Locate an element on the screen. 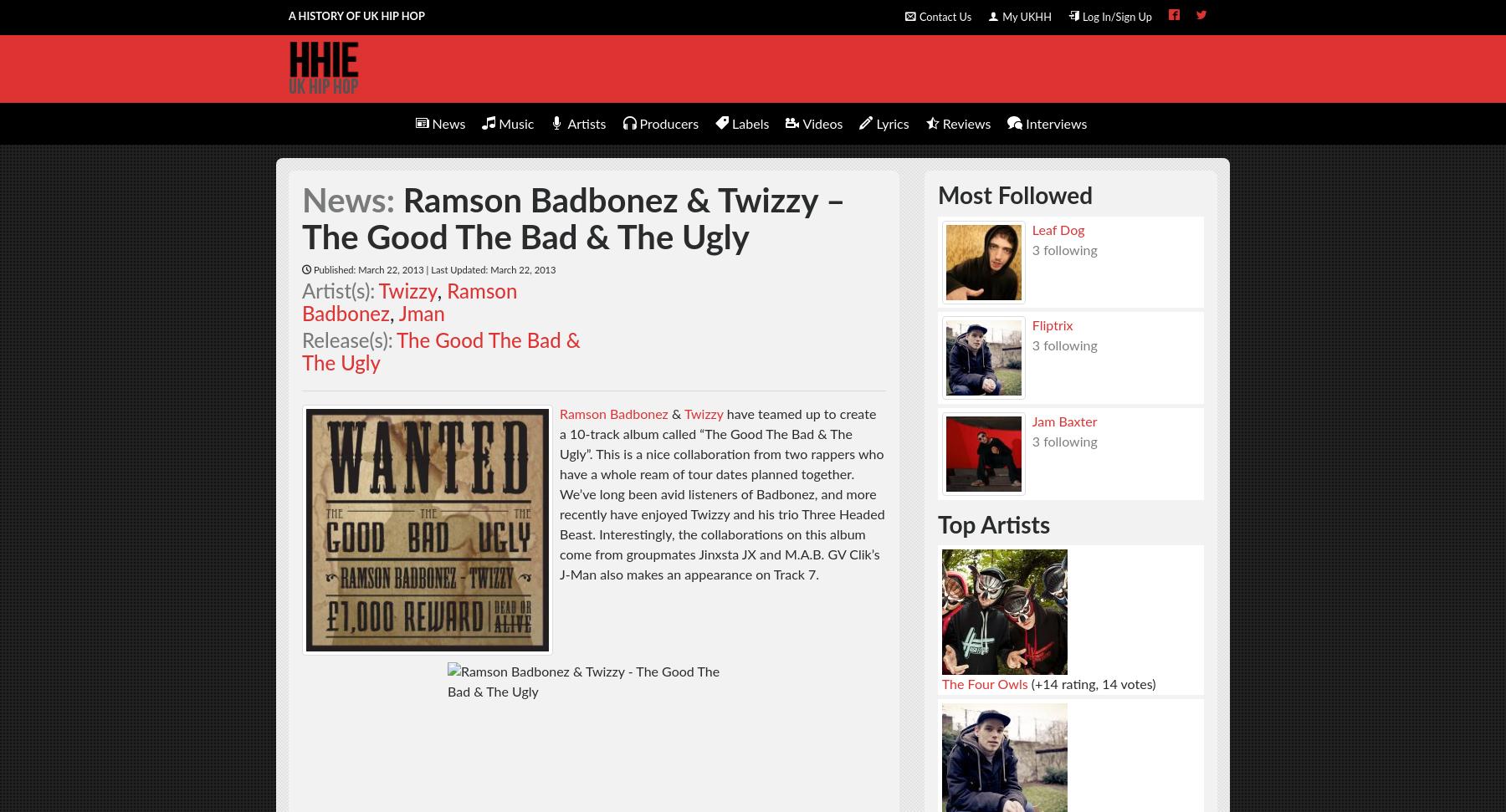  'Ramson Badbonez & Twizzy – The Good The Bad & The Ugly' is located at coordinates (572, 220).